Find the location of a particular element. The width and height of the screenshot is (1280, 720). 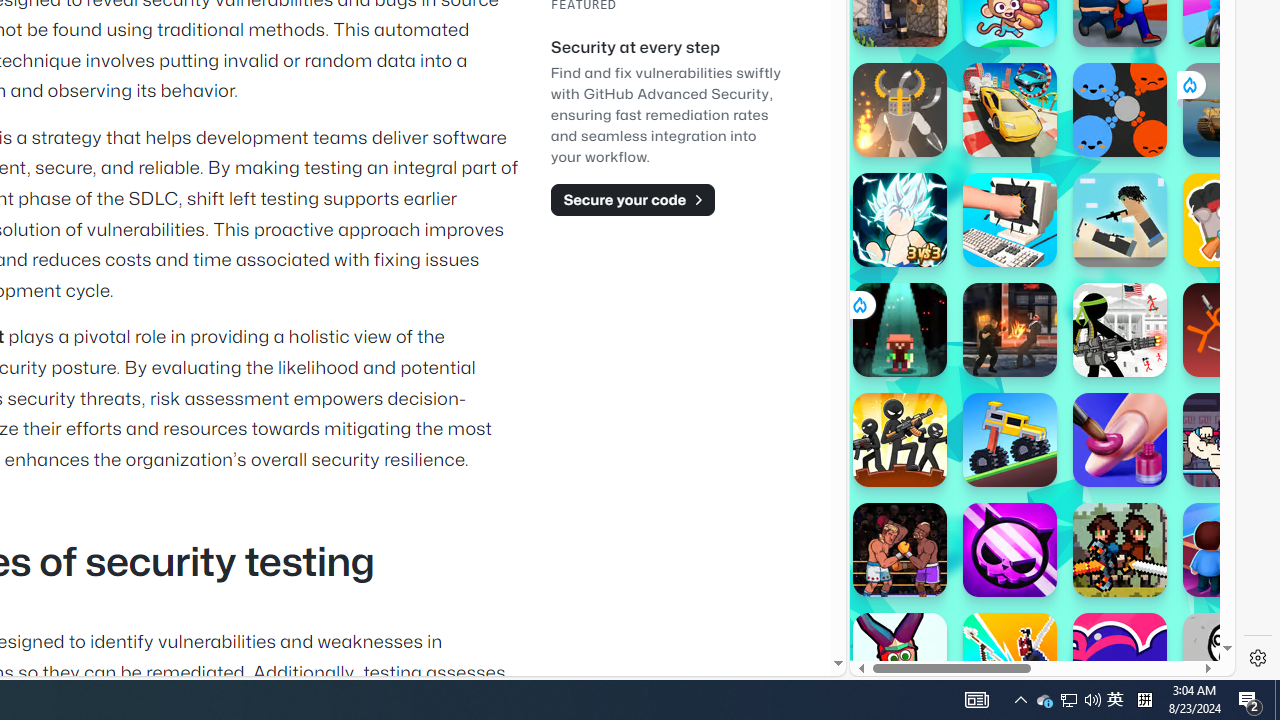

'Nails DIY: Manicure Master' is located at coordinates (1120, 438).